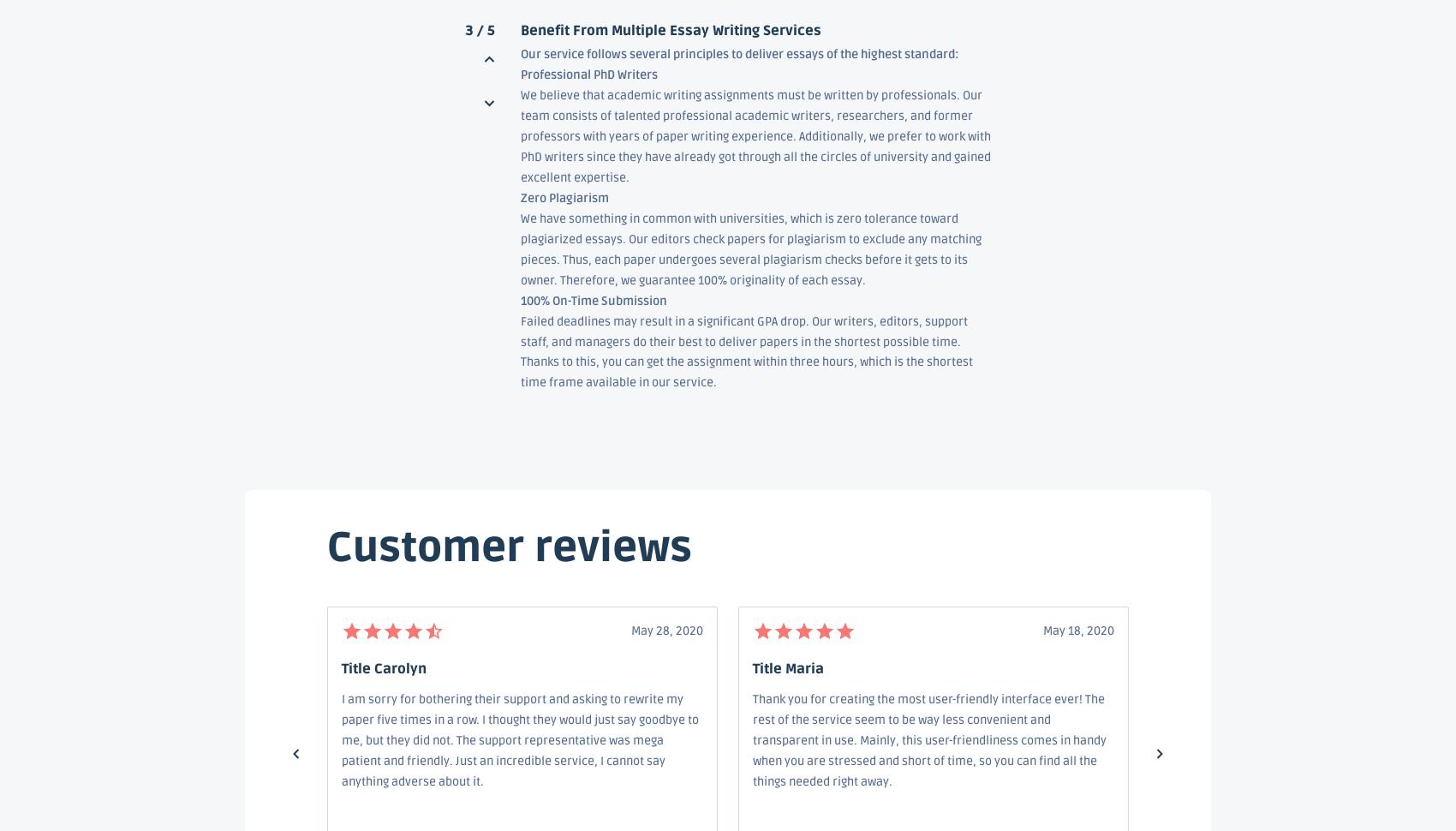  Describe the element at coordinates (578, 540) in the screenshot. I see `'Order an Assignment'` at that location.